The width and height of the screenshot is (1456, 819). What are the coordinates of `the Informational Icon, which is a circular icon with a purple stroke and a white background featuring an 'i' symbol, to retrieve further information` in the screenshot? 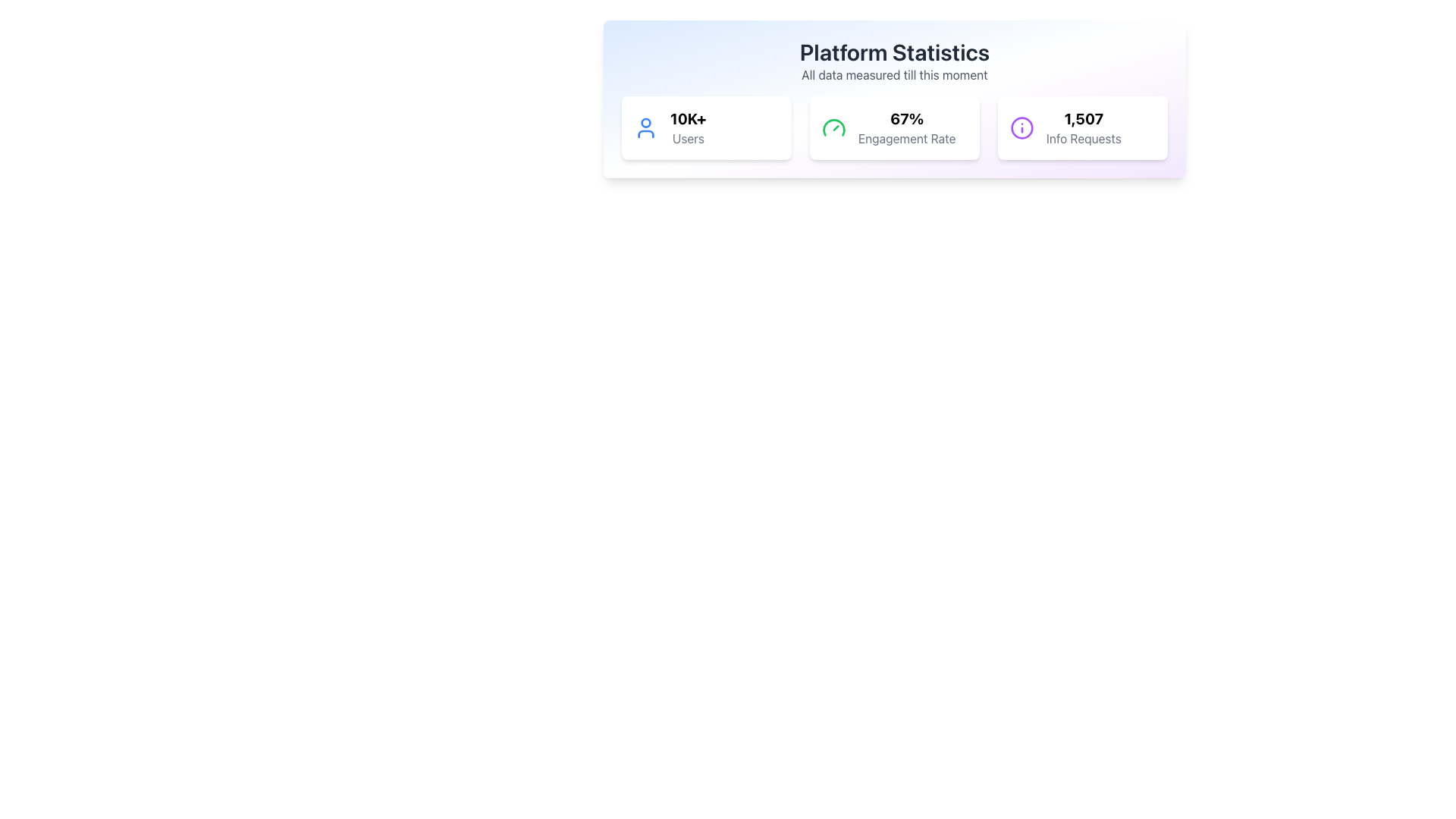 It's located at (1022, 127).